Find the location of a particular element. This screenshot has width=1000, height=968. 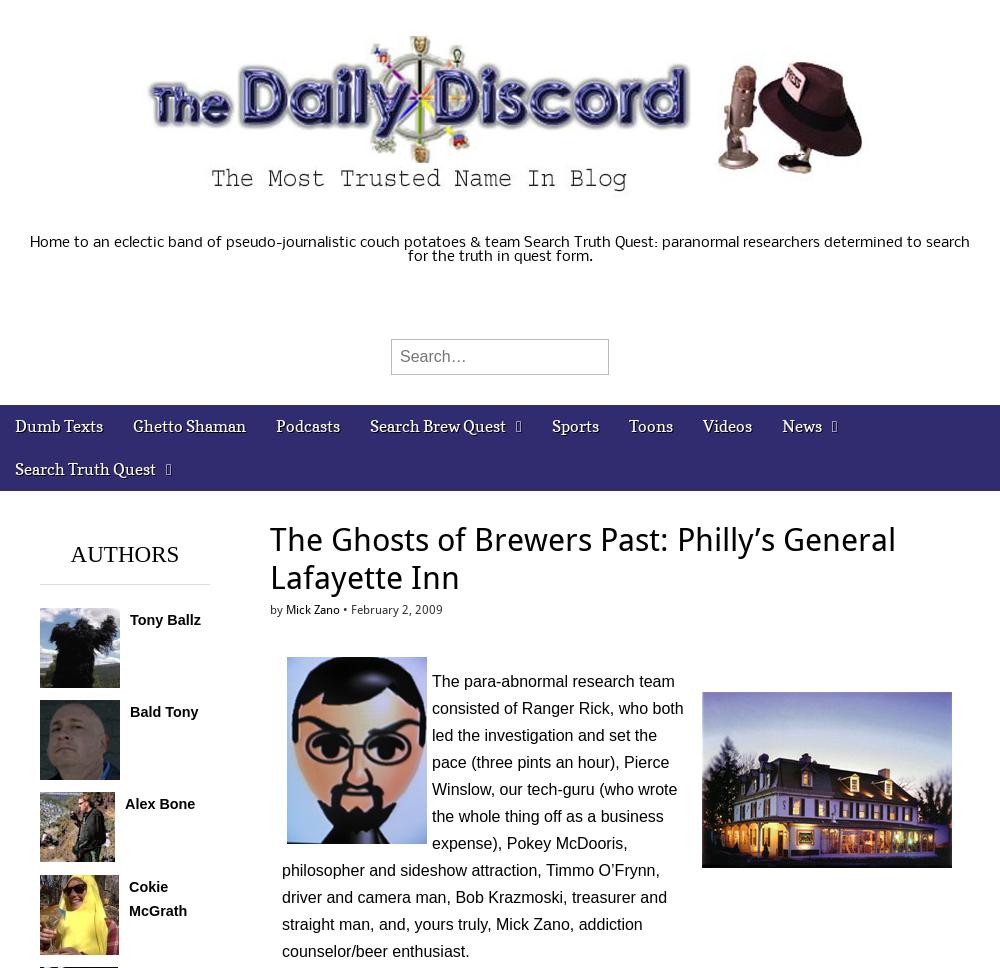

'The Daily Discord' is located at coordinates (71, 300).